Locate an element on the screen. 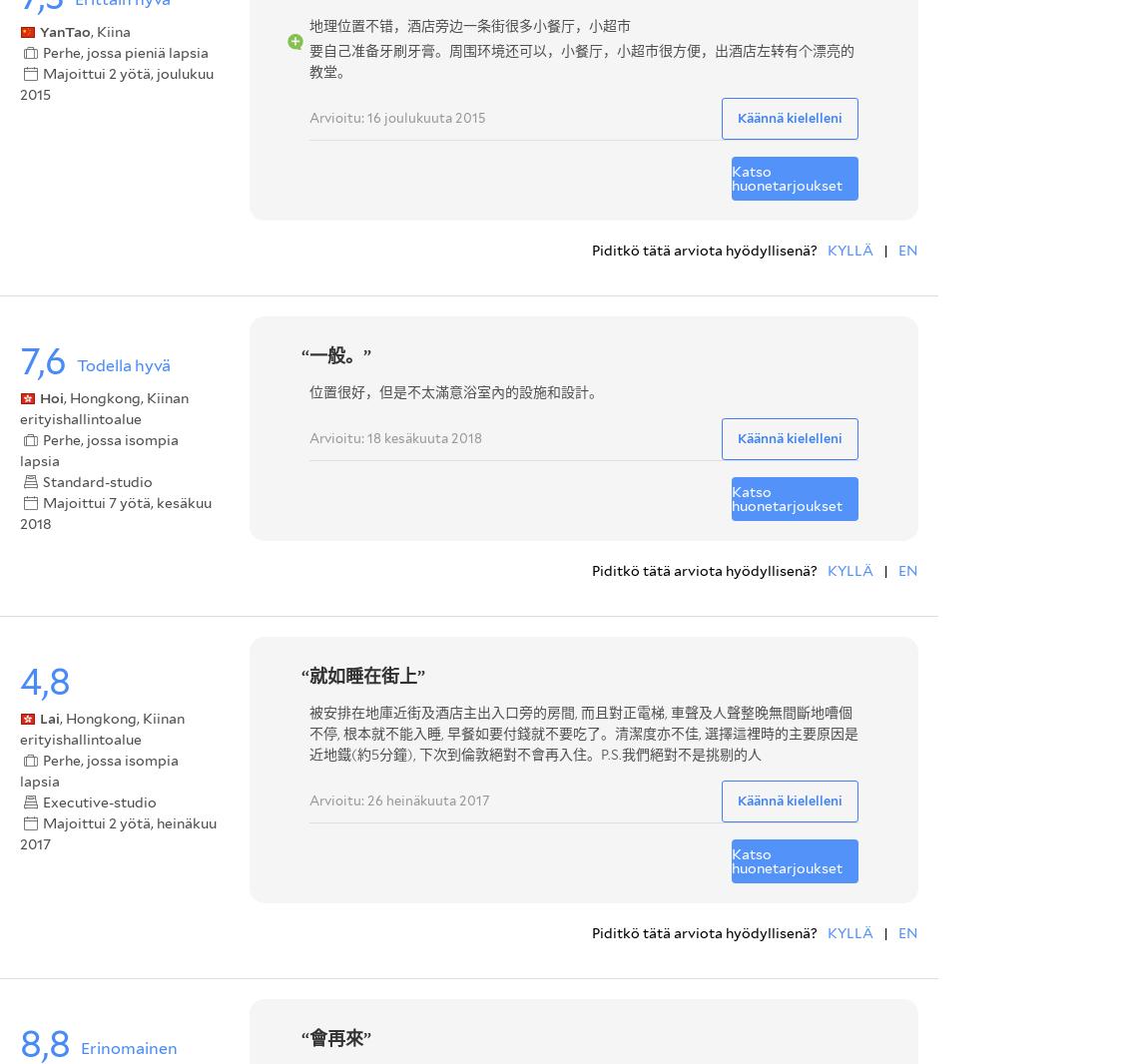 This screenshot has height=1064, width=1130. 'Executive-studio' is located at coordinates (98, 801).